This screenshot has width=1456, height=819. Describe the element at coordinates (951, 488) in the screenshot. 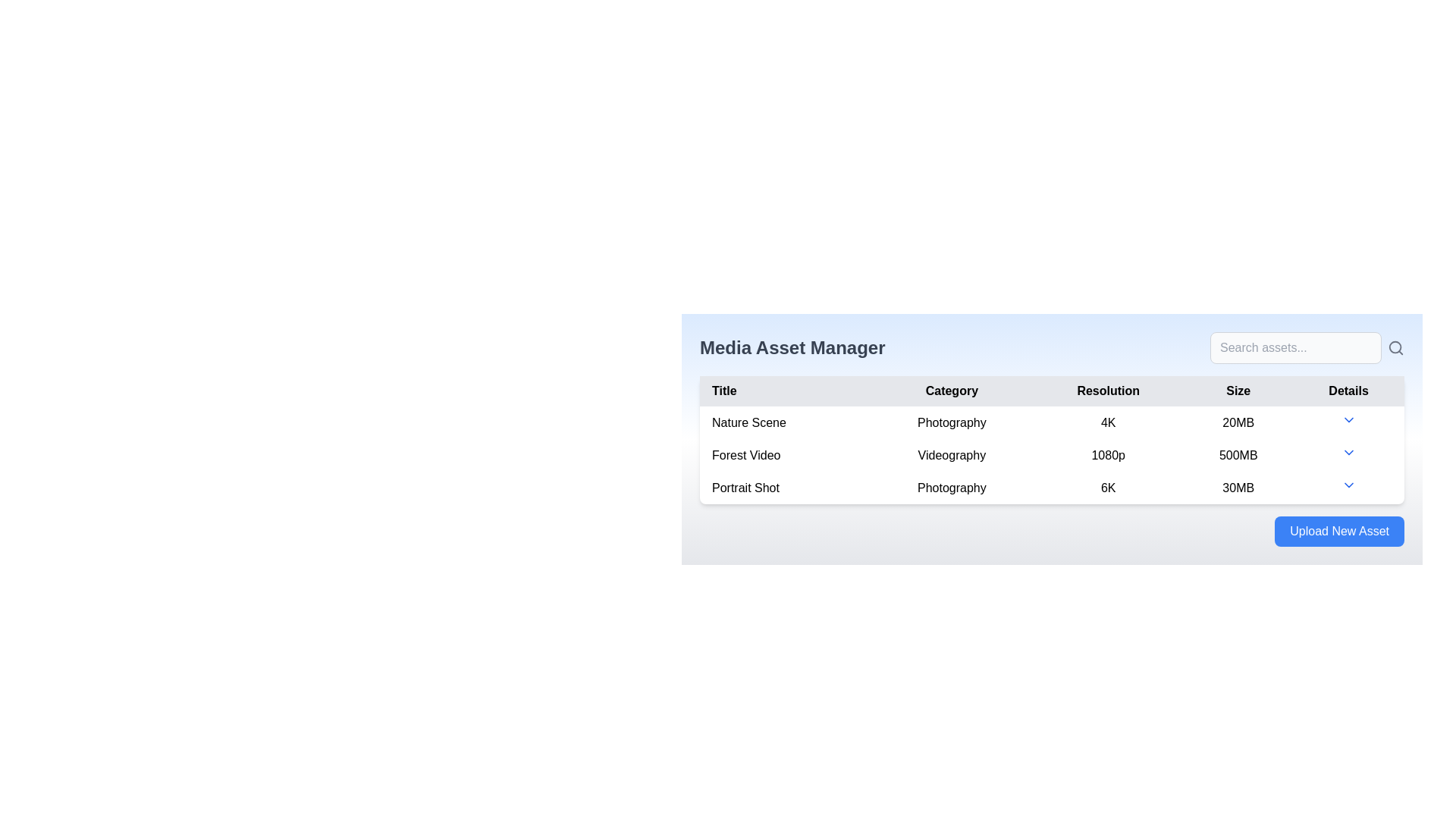

I see `the static text label displaying 'Photography' in the third row and second column of the 'Media Asset Manager'` at that location.